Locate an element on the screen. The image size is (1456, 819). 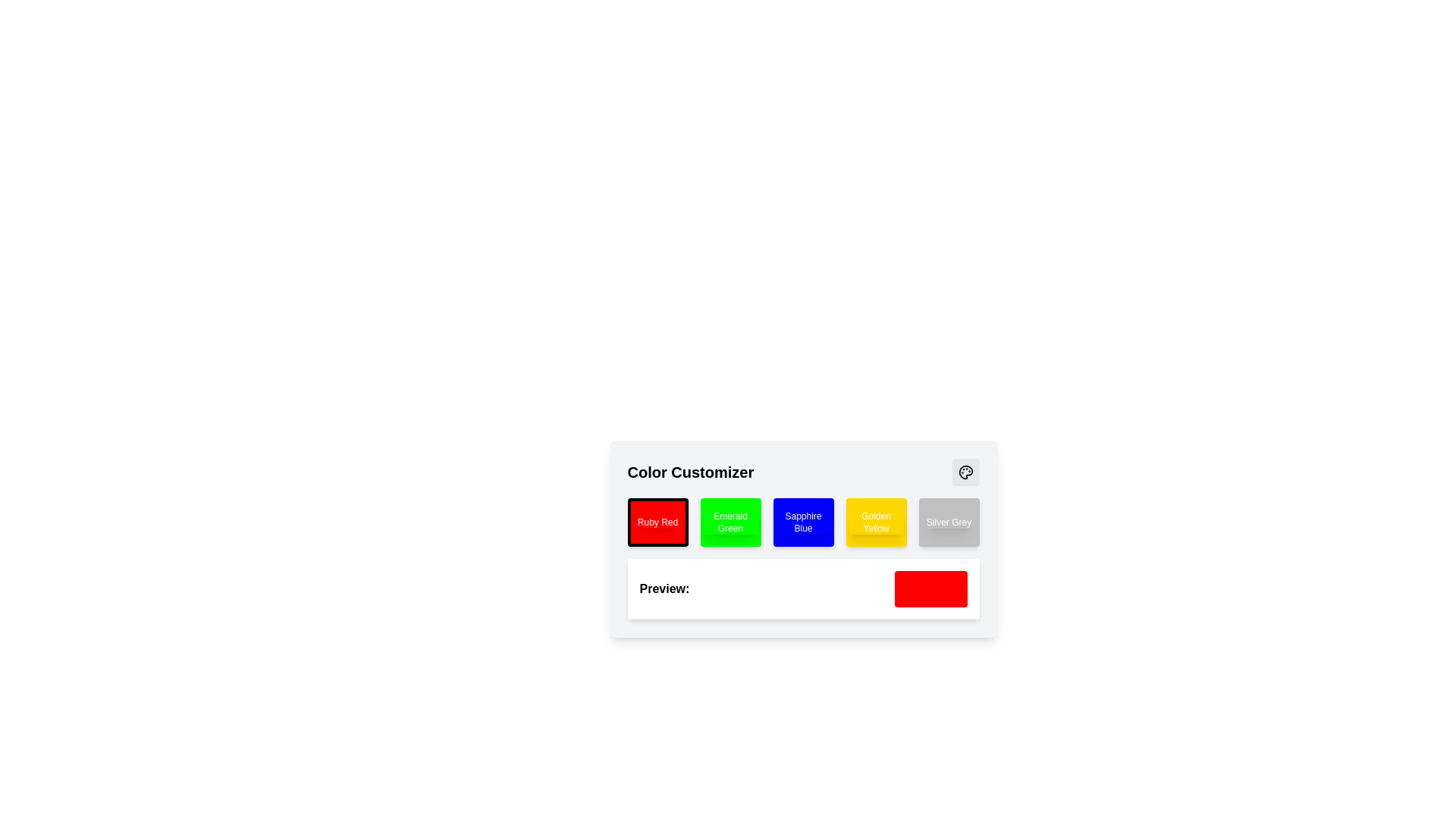
the button with a color palette icon located at the top-right corner of the color options row is located at coordinates (965, 472).